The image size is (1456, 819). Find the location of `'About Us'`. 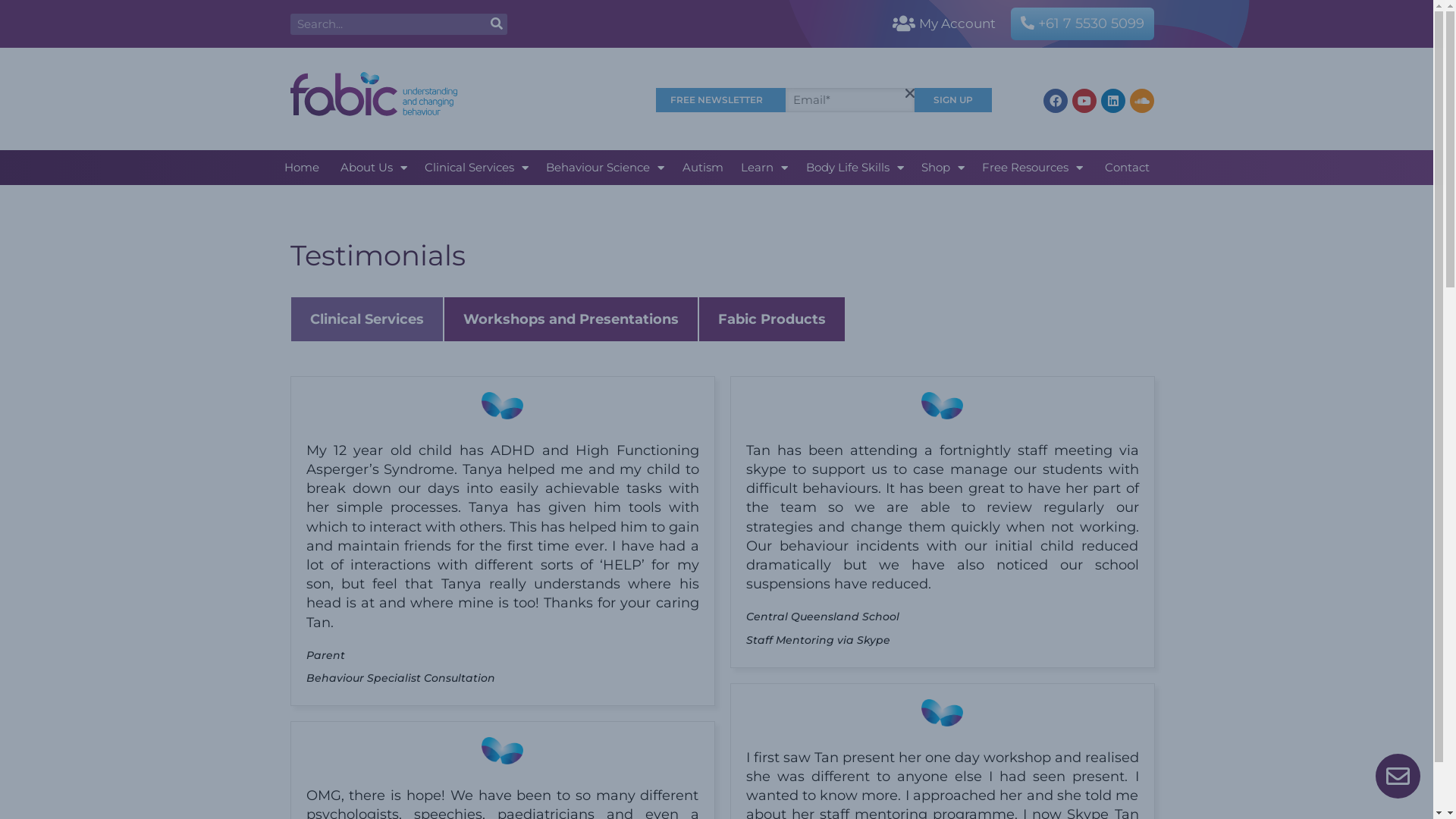

'About Us' is located at coordinates (373, 167).